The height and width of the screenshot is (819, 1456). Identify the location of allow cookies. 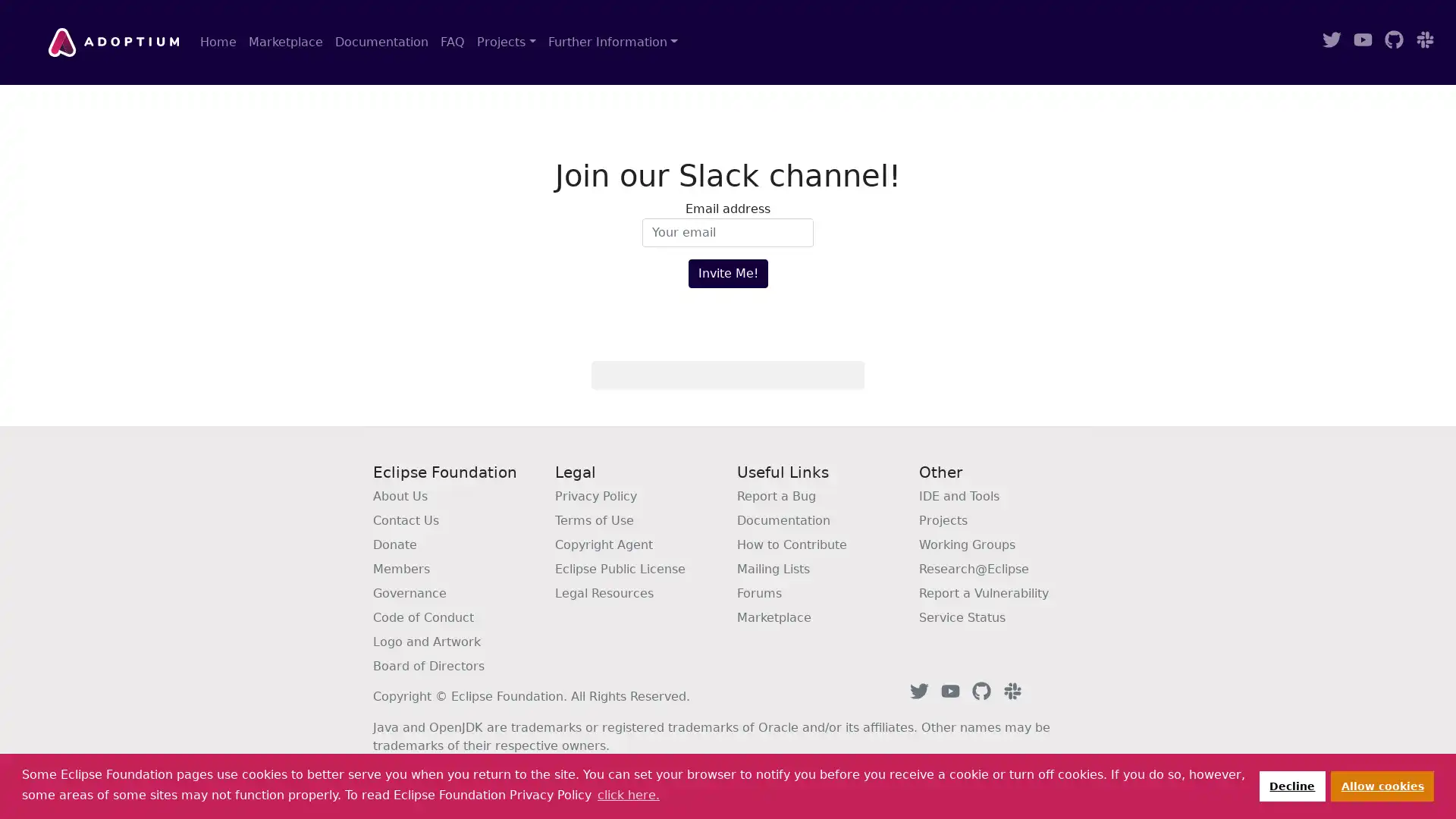
(1382, 785).